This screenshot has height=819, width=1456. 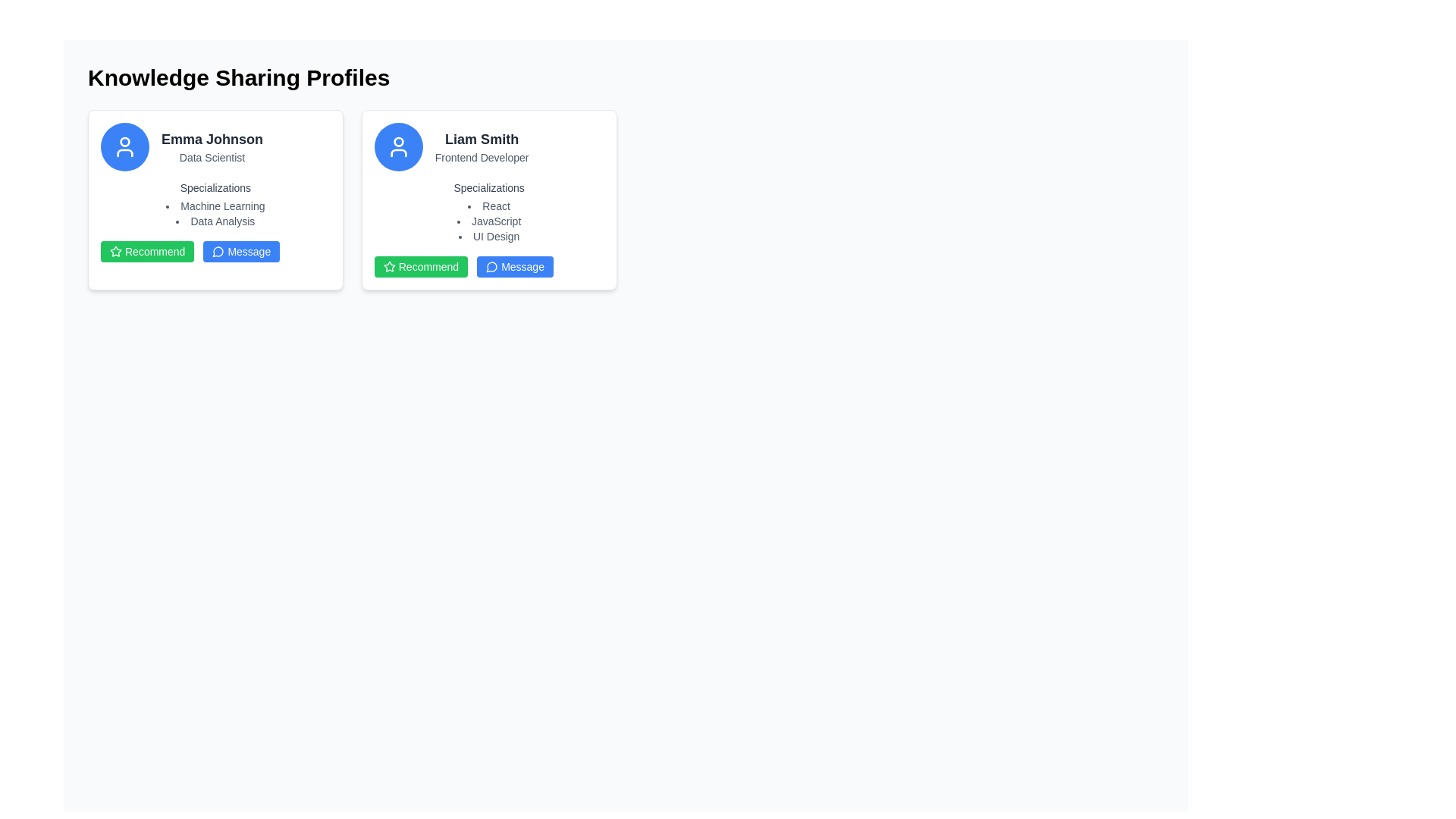 I want to click on the 'Message' button, which is styled with a blue rectangular background and contains white text and an icon resembling a speech bubble, located in the bottom-right corner of the 'Liam Smith' profile card, so click(x=515, y=265).